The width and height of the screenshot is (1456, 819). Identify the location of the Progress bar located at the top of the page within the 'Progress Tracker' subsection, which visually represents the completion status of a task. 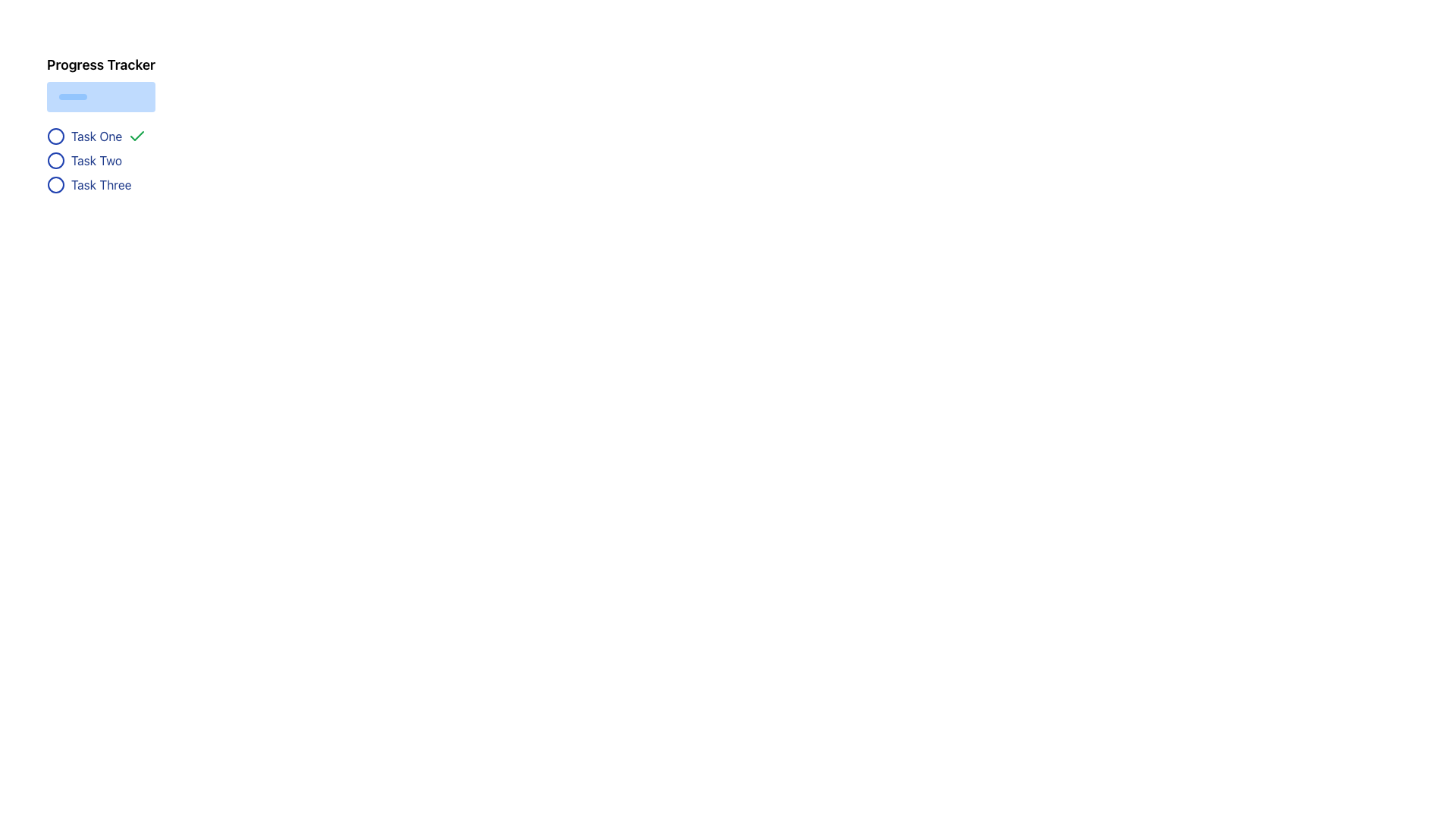
(72, 96).